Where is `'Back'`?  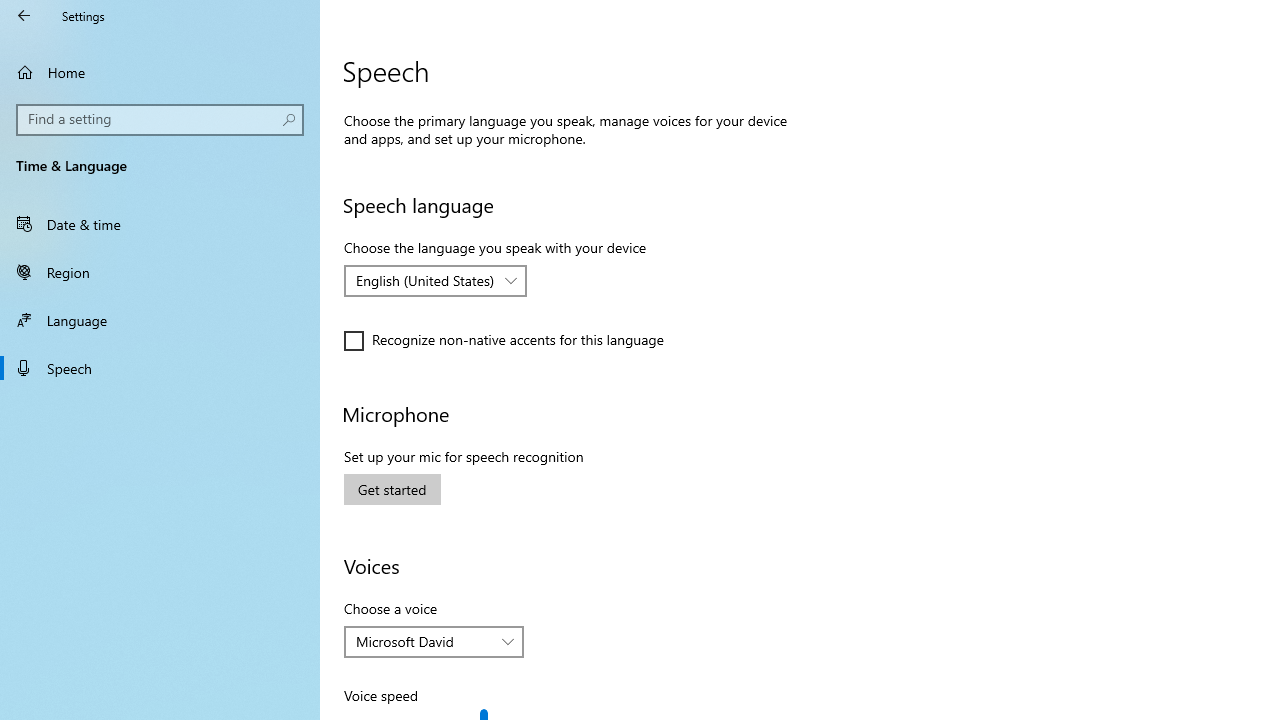
'Back' is located at coordinates (24, 15).